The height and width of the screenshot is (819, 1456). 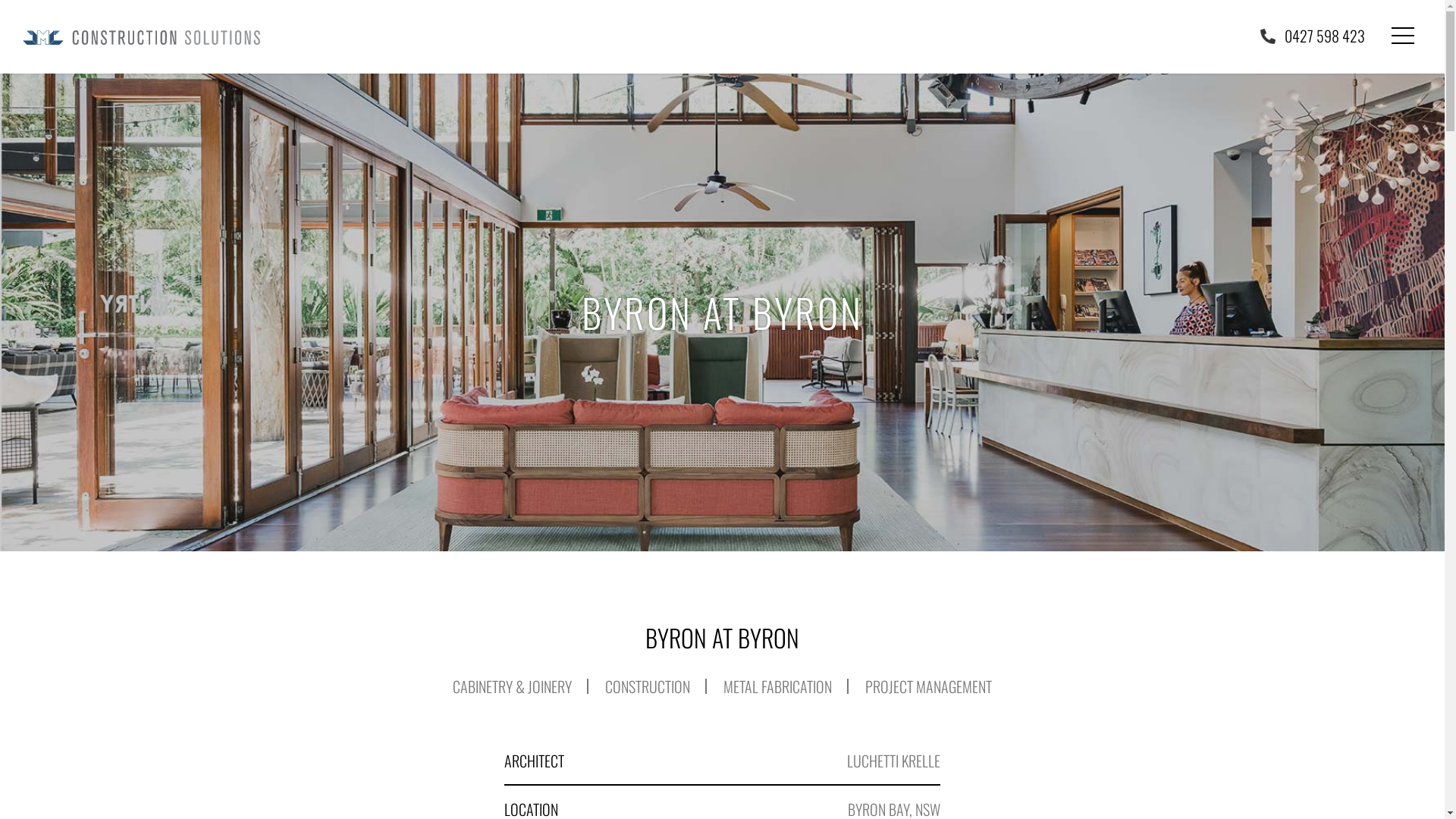 What do you see at coordinates (1312, 34) in the screenshot?
I see `'0427 598 423'` at bounding box center [1312, 34].